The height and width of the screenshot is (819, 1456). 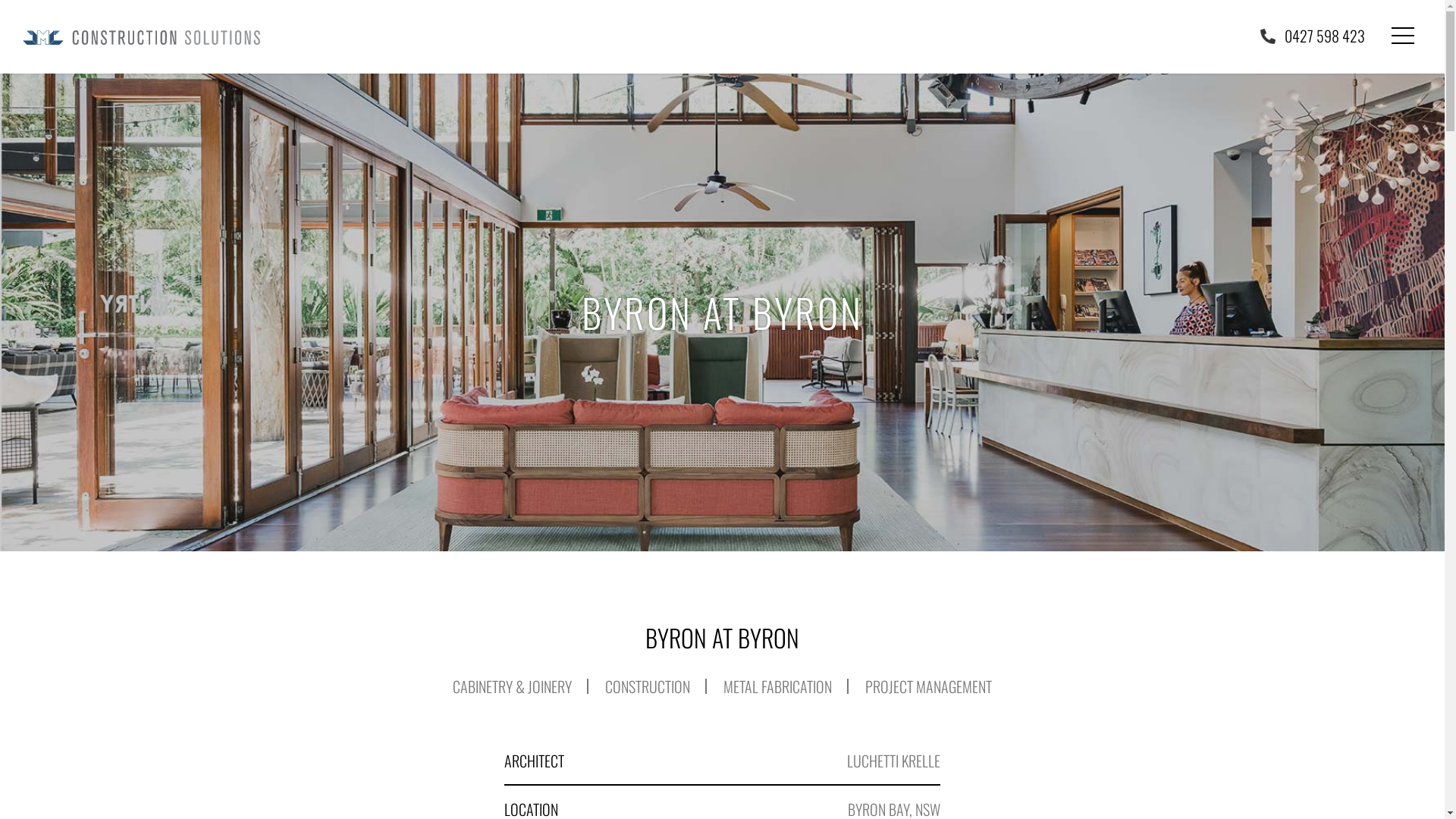 What do you see at coordinates (1312, 34) in the screenshot?
I see `'0427 598 423'` at bounding box center [1312, 34].